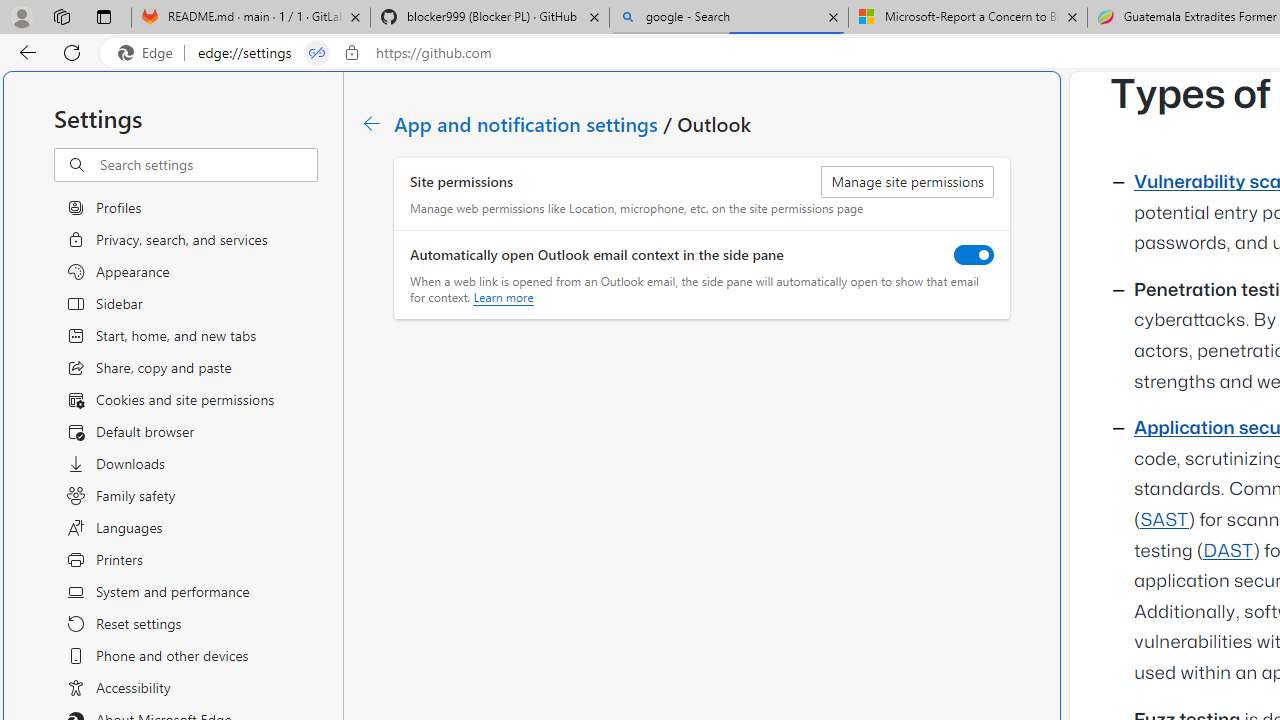 This screenshot has width=1280, height=720. Describe the element at coordinates (906, 182) in the screenshot. I see `'Manage site permissions'` at that location.